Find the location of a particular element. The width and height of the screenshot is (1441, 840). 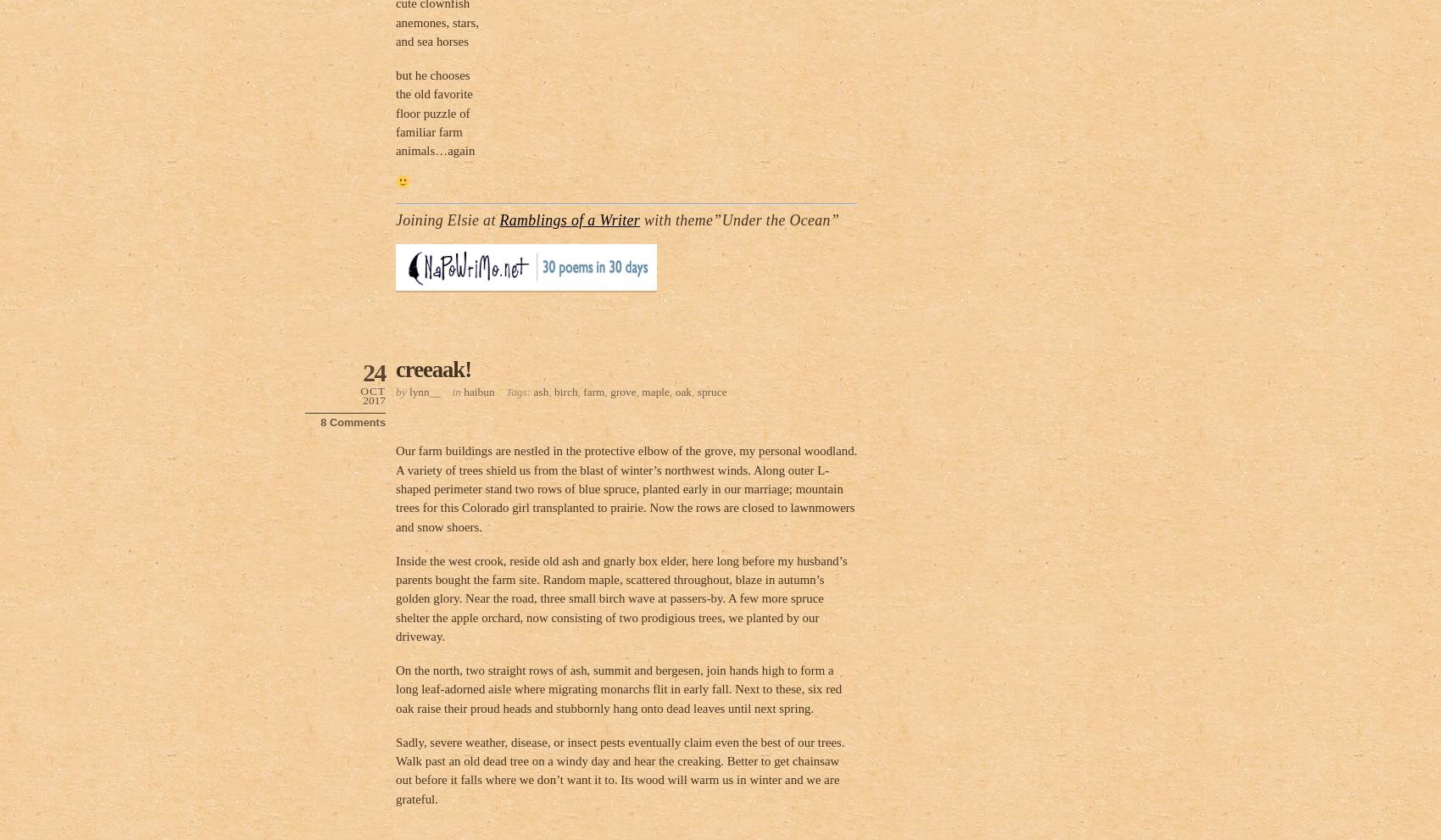

'Ramblings of a Writer' is located at coordinates (570, 220).